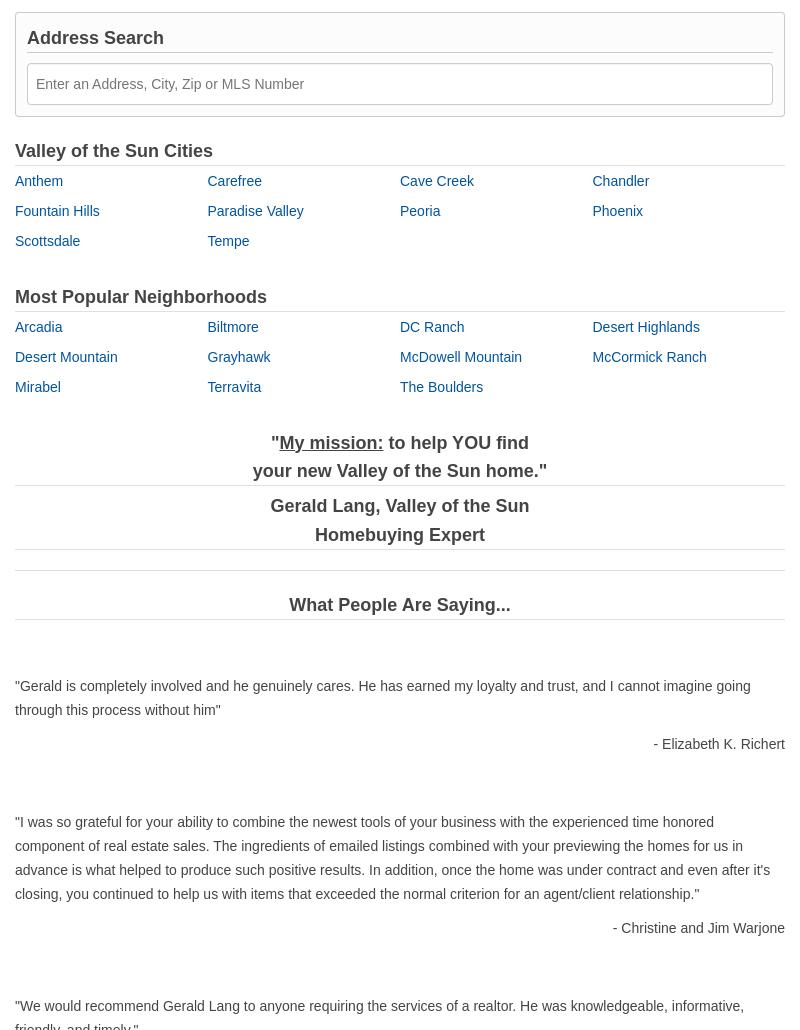  I want to click on 'DC Ranch', so click(432, 324).